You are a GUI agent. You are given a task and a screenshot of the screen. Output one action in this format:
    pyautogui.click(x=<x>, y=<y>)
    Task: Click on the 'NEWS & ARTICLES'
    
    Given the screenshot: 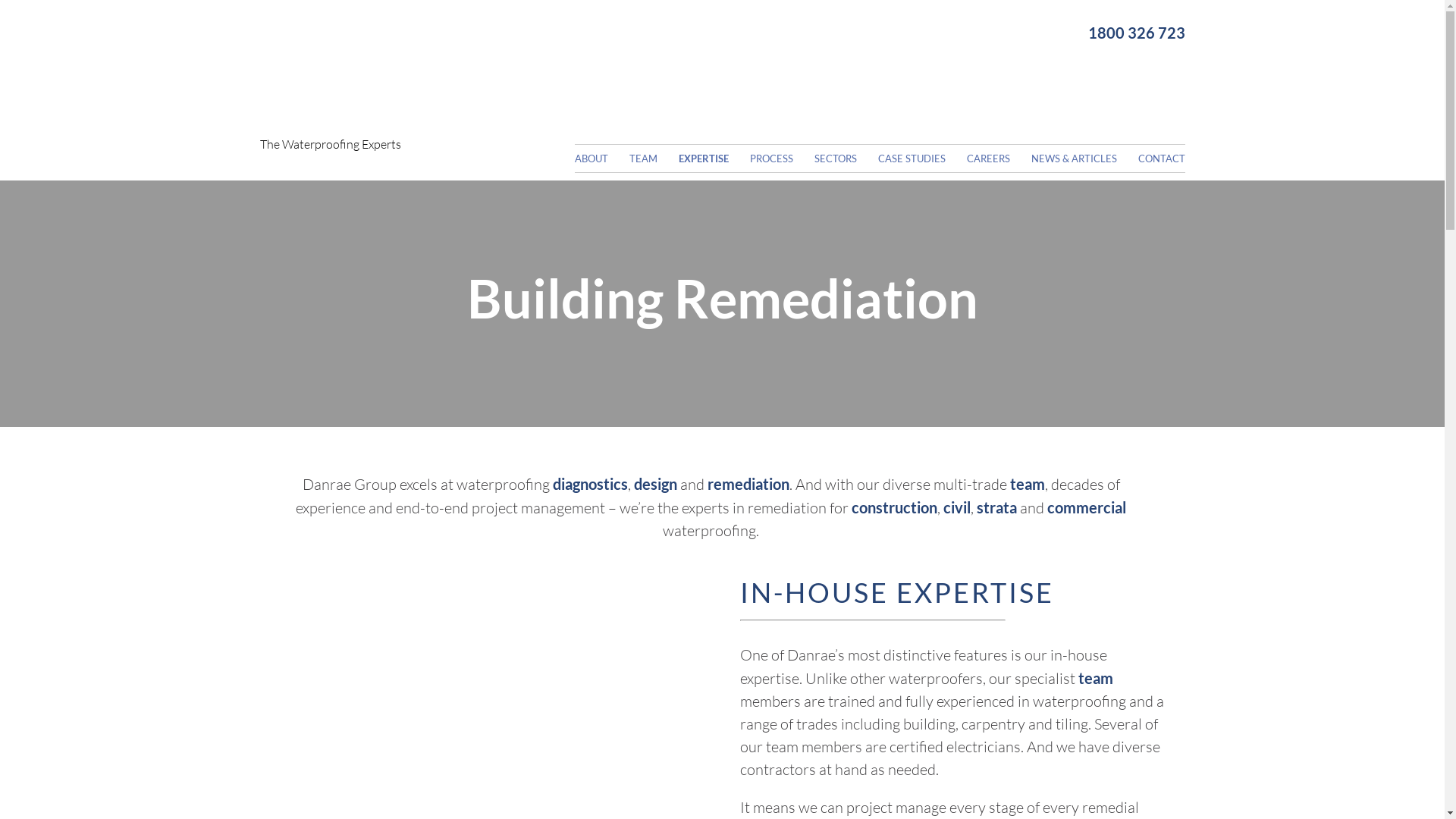 What is the action you would take?
    pyautogui.click(x=1083, y=158)
    